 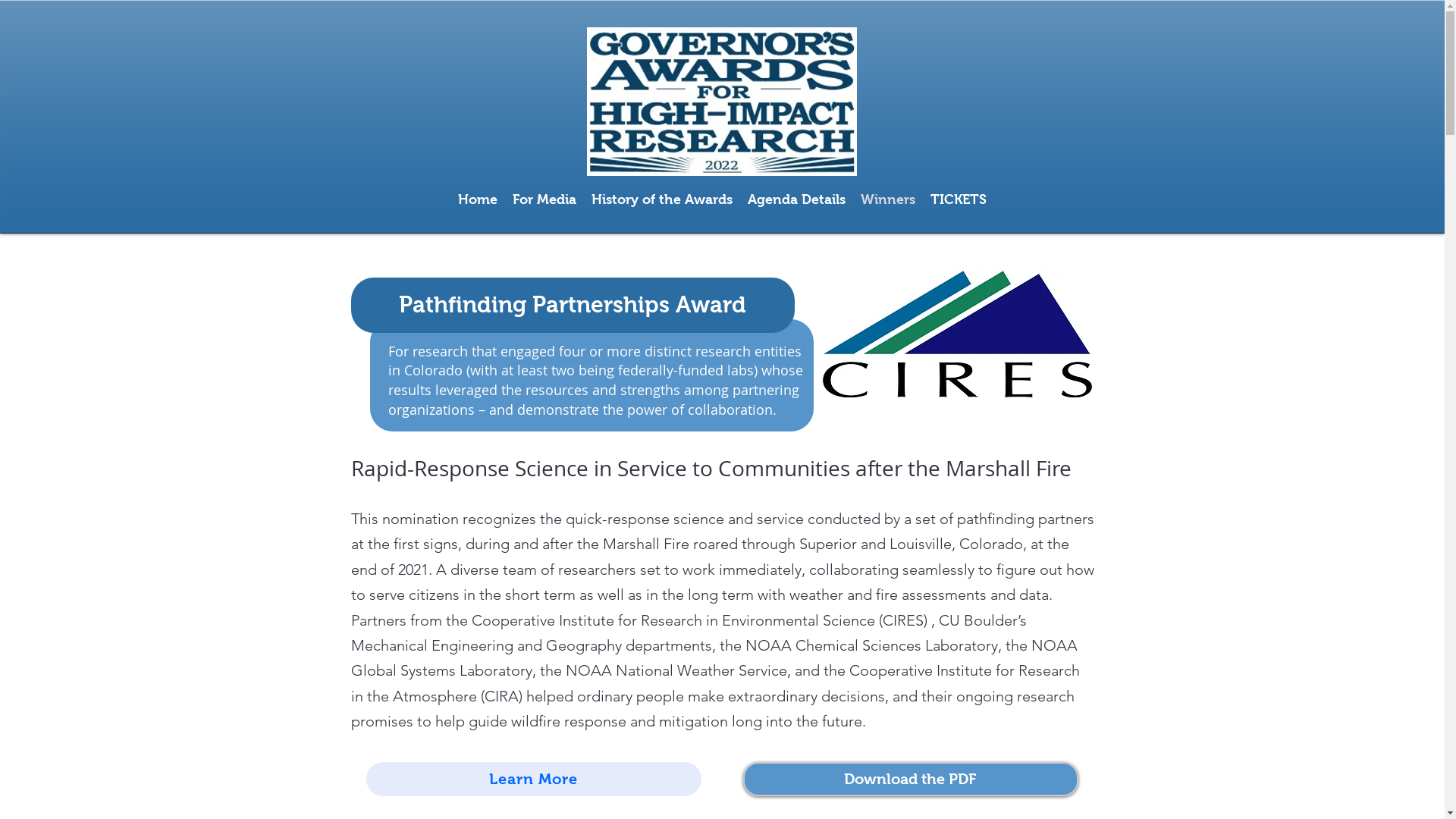 I want to click on 'History of the Awards', so click(x=662, y=198).